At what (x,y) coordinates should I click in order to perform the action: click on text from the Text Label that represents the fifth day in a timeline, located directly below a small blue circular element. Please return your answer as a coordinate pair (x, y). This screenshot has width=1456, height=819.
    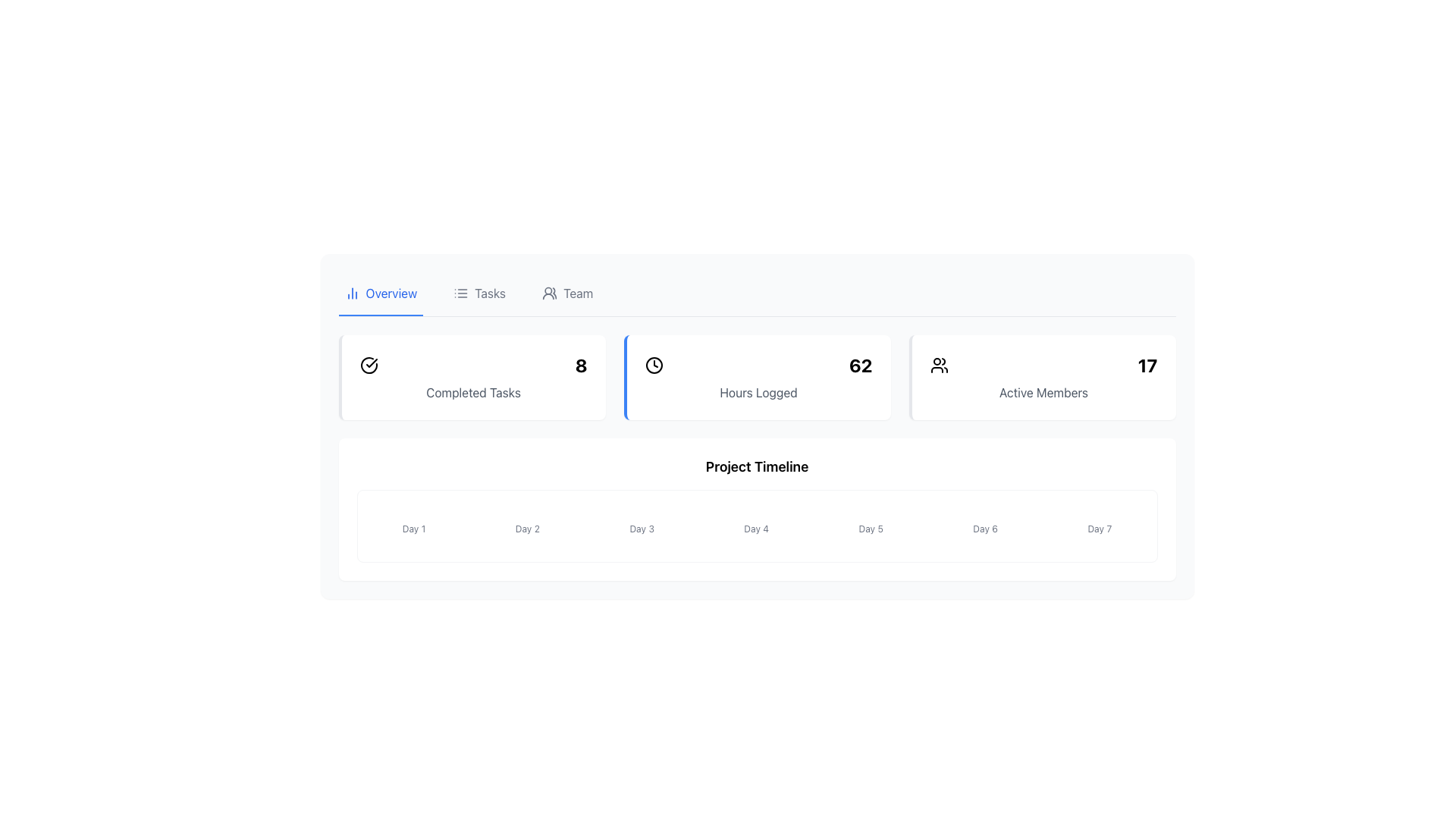
    Looking at the image, I should click on (871, 529).